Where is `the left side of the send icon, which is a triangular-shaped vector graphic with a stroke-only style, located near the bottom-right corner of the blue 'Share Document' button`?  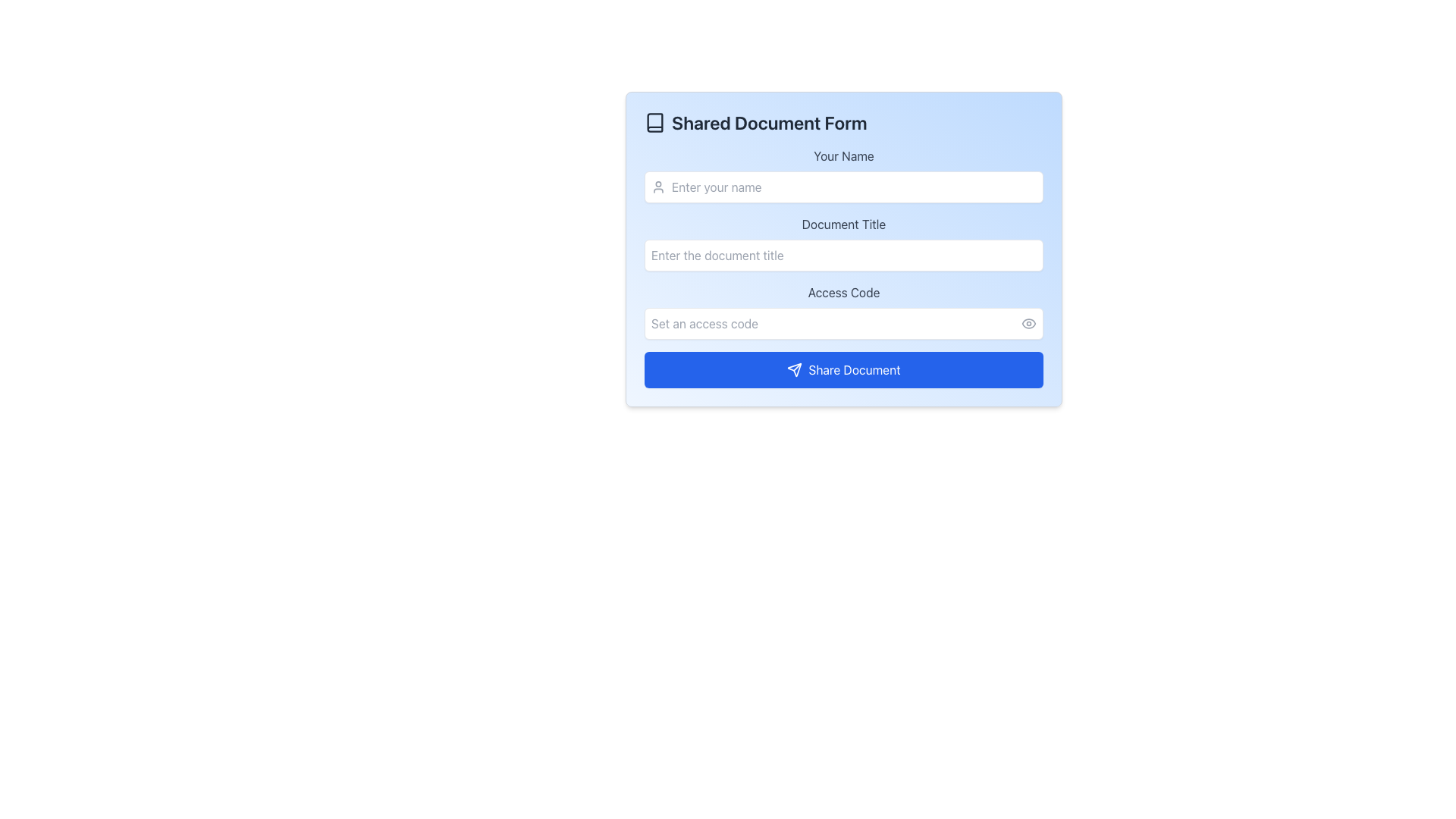 the left side of the send icon, which is a triangular-shaped vector graphic with a stroke-only style, located near the bottom-right corner of the blue 'Share Document' button is located at coordinates (794, 370).